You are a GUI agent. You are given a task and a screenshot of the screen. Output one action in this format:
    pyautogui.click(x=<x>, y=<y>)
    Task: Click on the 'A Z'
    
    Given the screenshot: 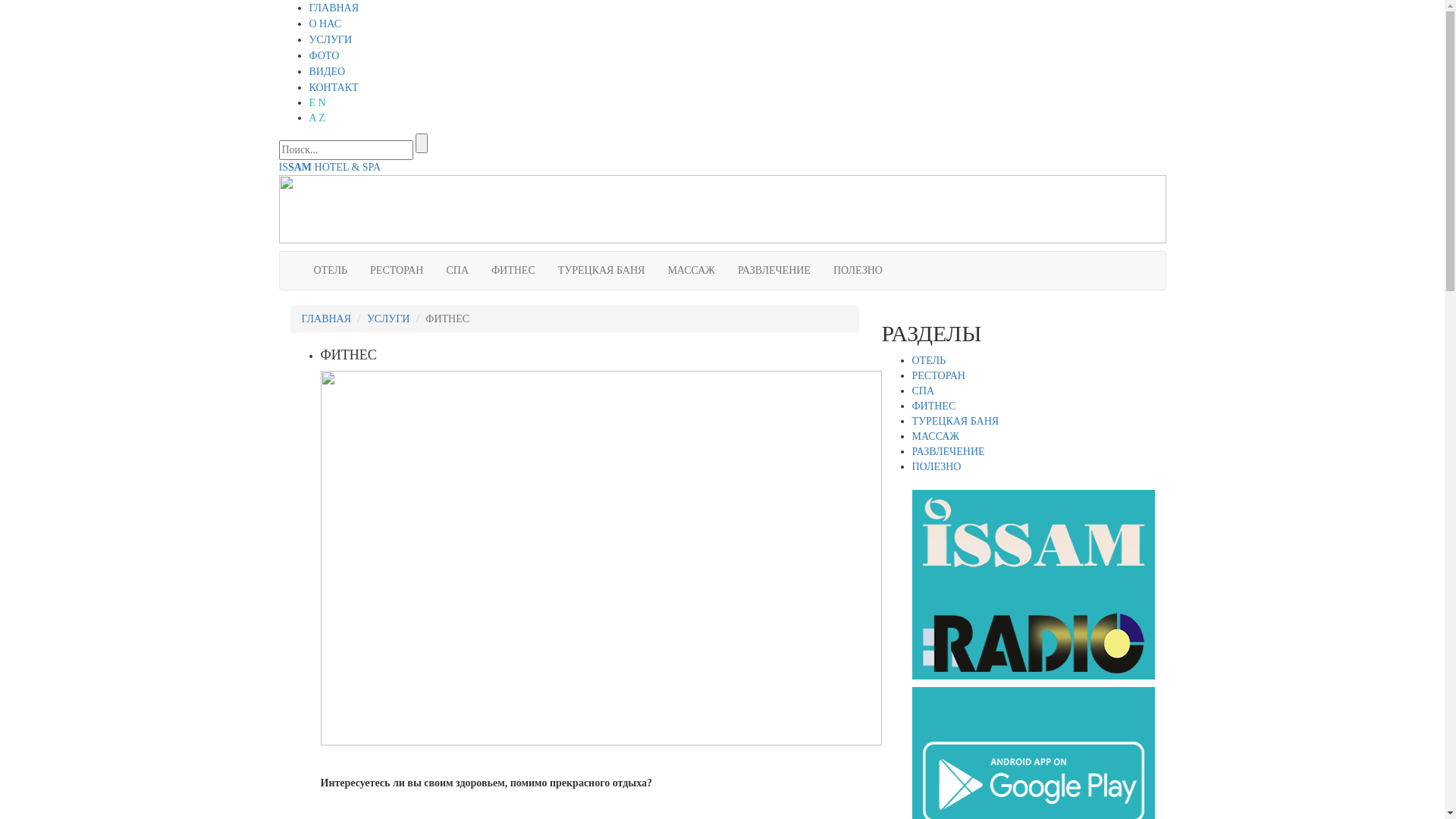 What is the action you would take?
    pyautogui.click(x=316, y=117)
    